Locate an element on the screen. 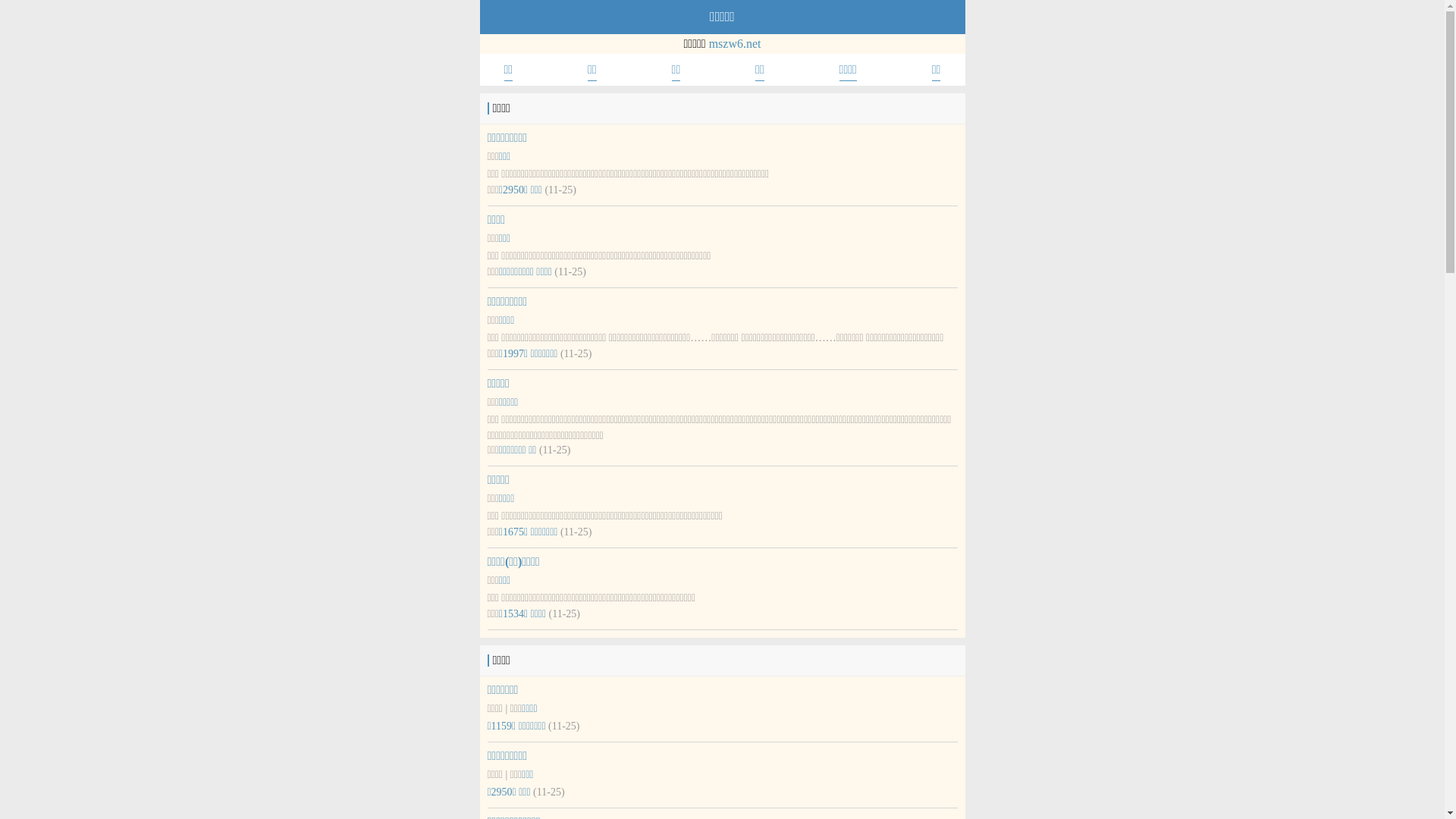  'mszw6.net' is located at coordinates (735, 42).